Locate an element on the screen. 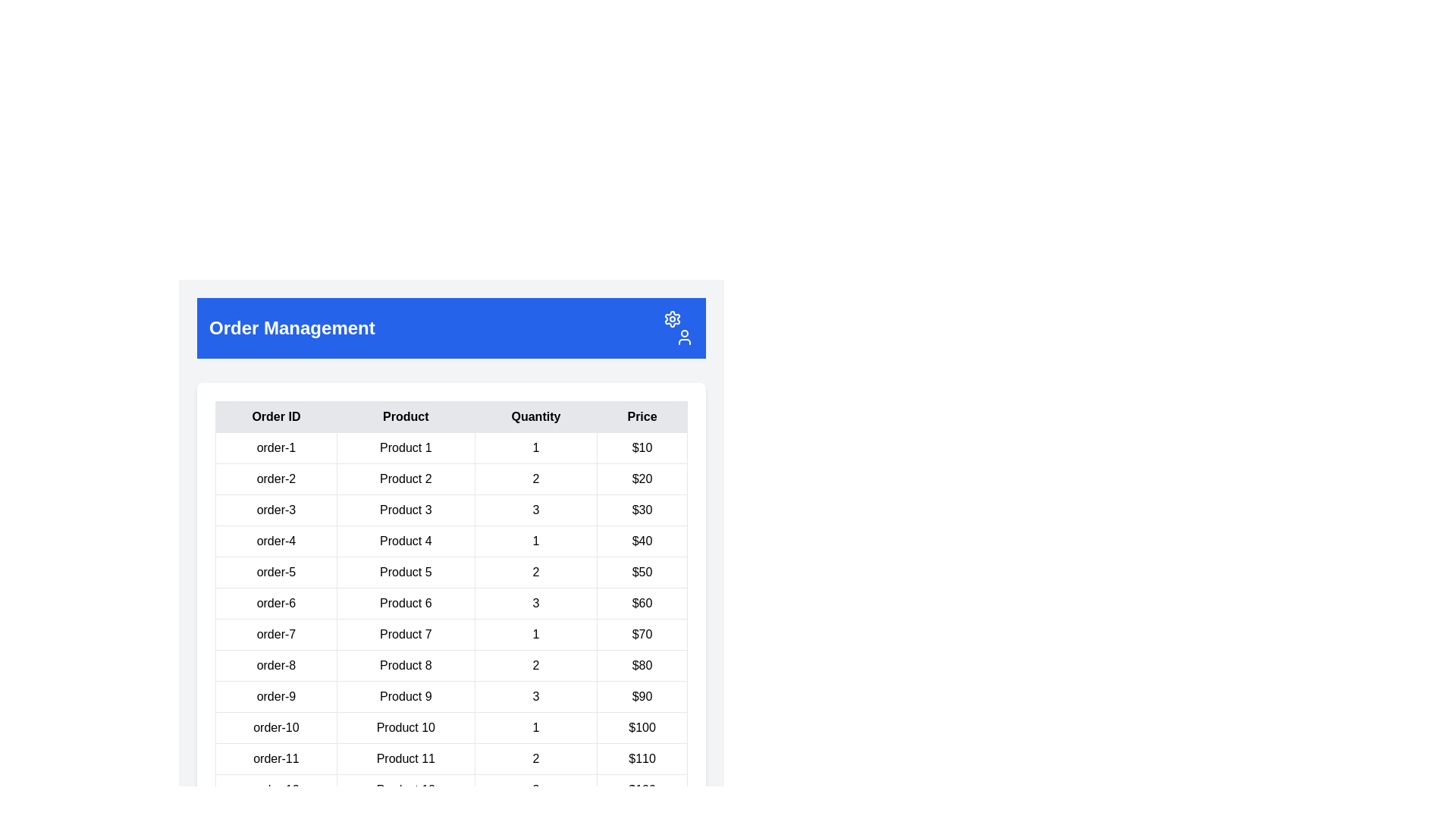 Image resolution: width=1456 pixels, height=819 pixels. the Table Header Cell displaying 'Quantity', which is the third column header in a table row of four headers is located at coordinates (535, 417).